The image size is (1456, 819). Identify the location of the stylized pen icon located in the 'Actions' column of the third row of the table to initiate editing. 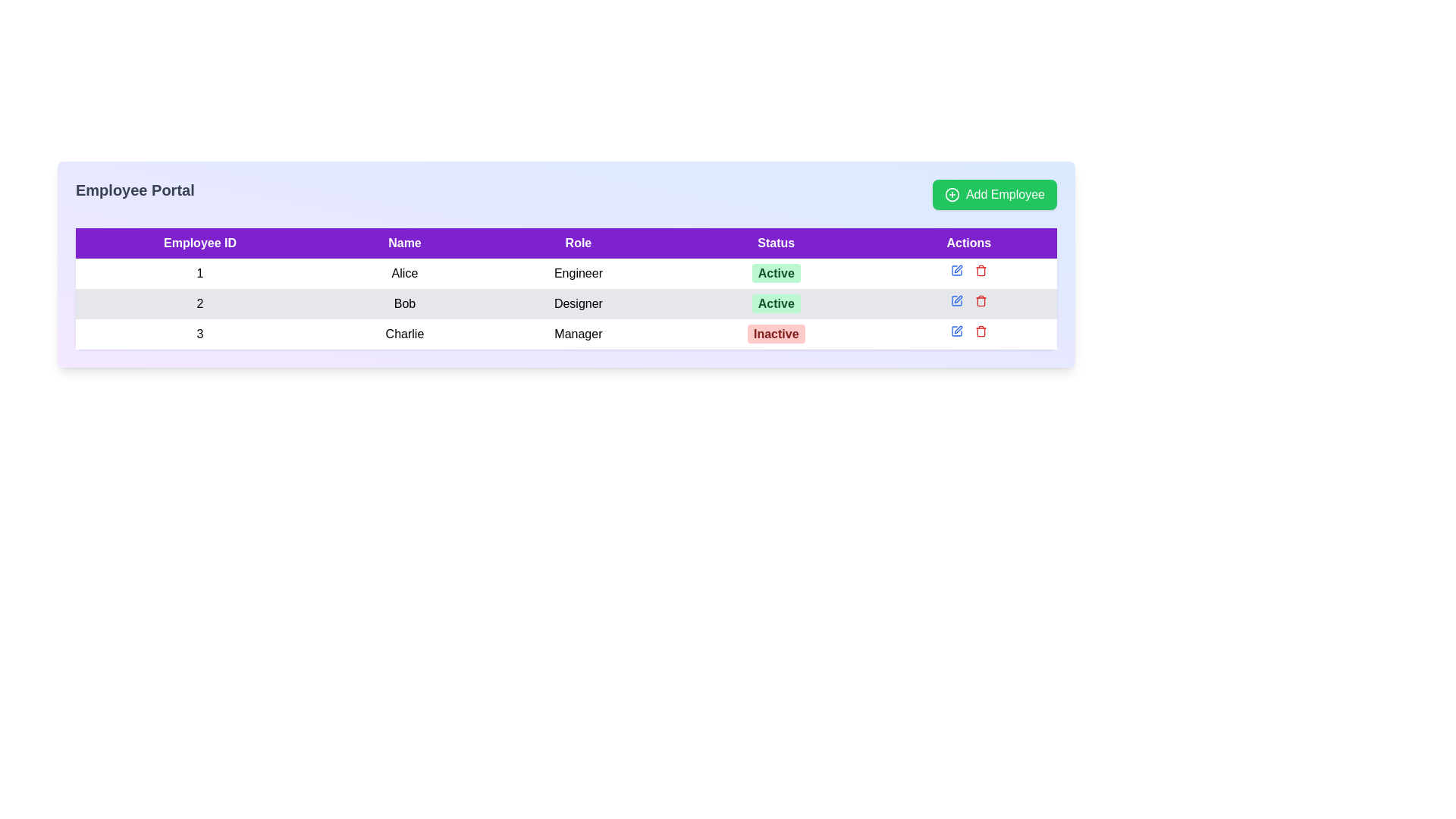
(957, 299).